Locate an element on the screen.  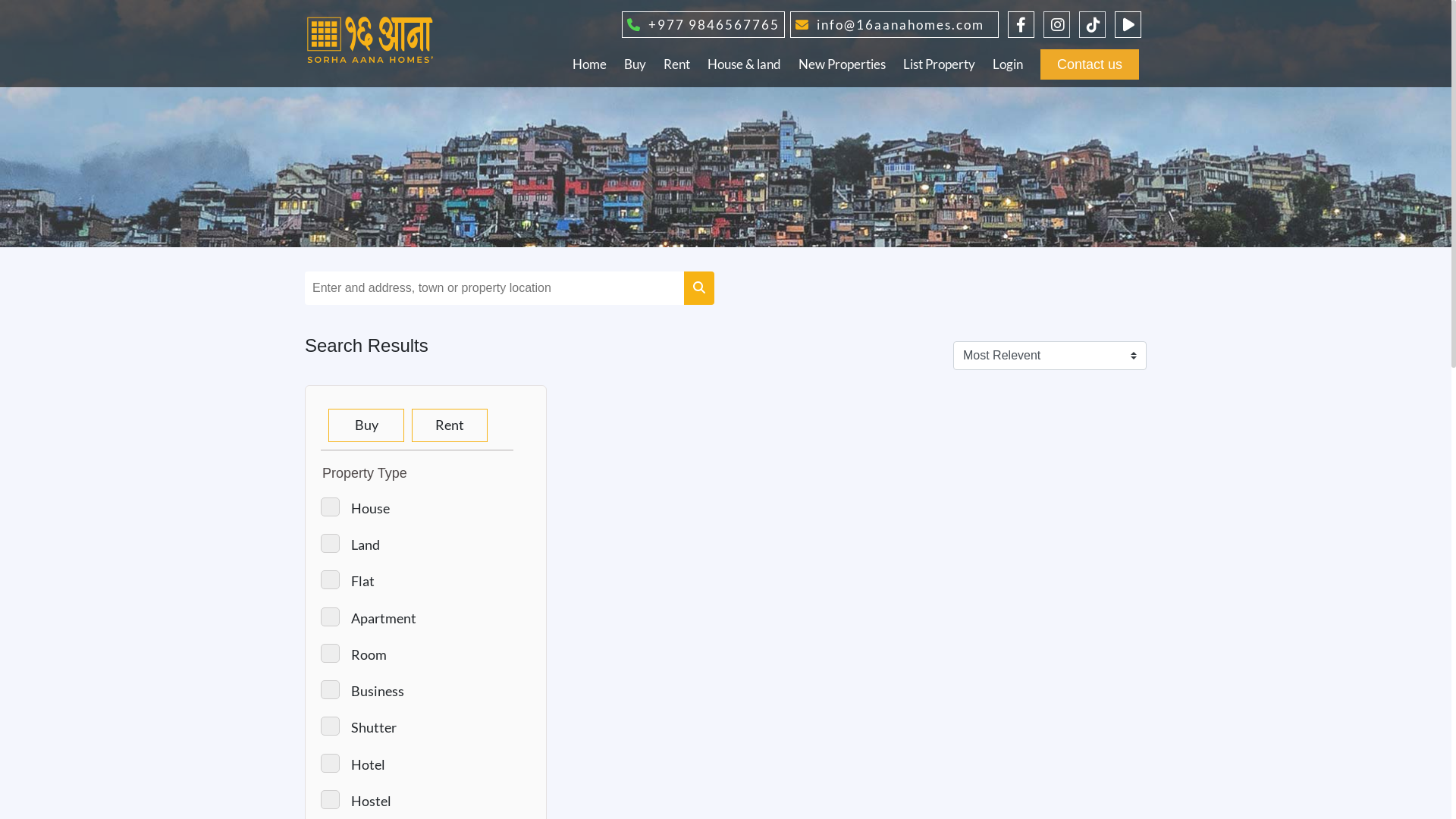
'Home' is located at coordinates (588, 63).